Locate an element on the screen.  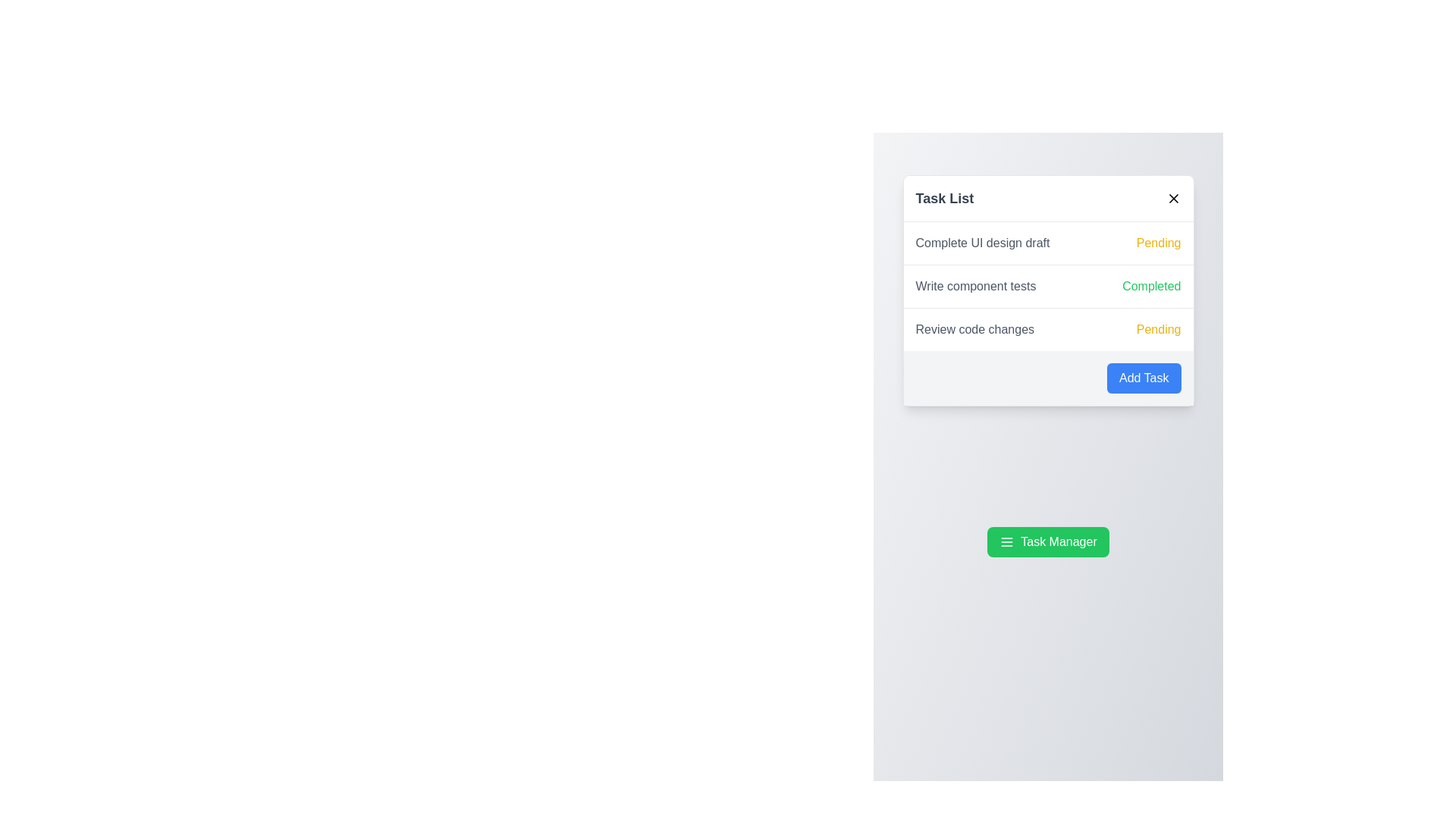
the 'Completed' text label, which is styled with a green font color and medium font weight, located in the right column next to 'Write component tests' is located at coordinates (1151, 287).